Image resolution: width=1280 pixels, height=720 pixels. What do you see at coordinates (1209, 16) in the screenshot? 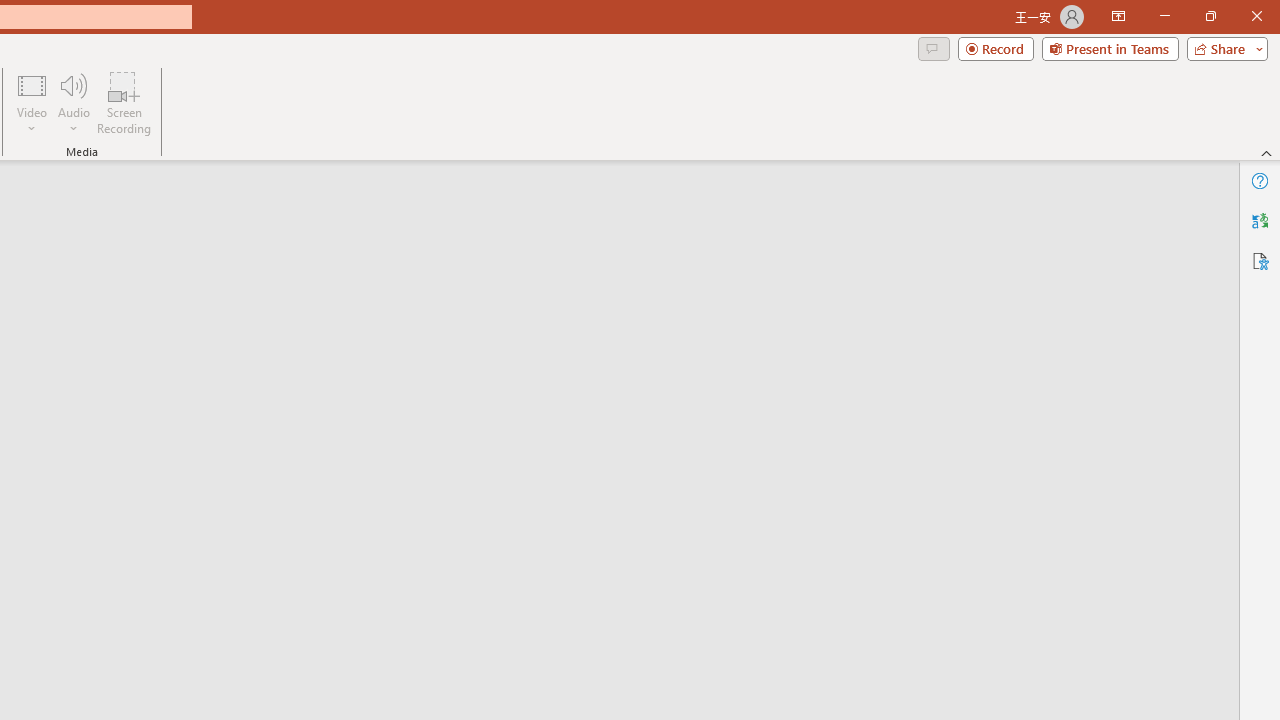
I see `'Restore Down'` at bounding box center [1209, 16].